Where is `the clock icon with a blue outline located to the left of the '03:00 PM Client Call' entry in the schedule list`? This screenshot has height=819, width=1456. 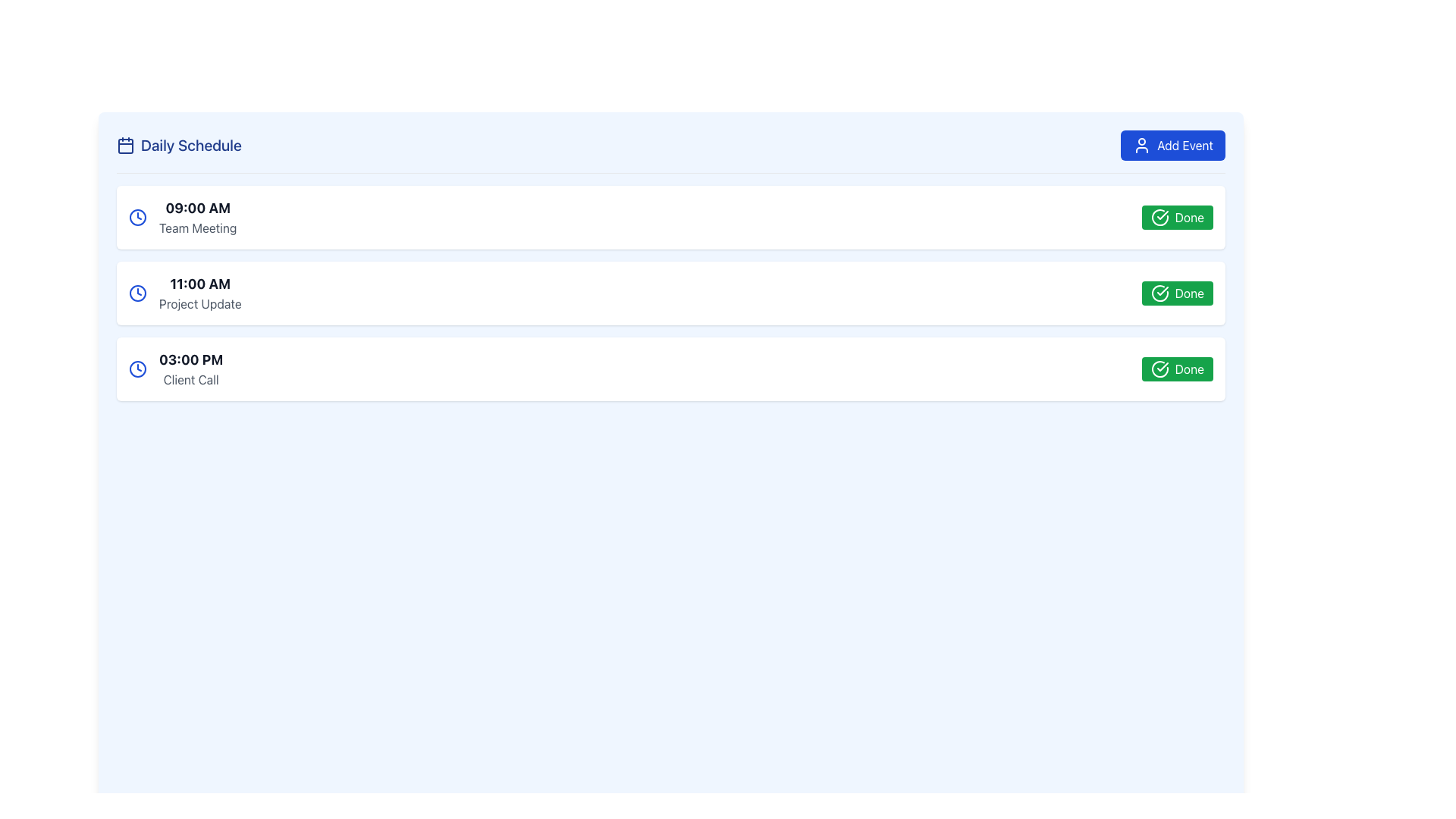 the clock icon with a blue outline located to the left of the '03:00 PM Client Call' entry in the schedule list is located at coordinates (138, 369).